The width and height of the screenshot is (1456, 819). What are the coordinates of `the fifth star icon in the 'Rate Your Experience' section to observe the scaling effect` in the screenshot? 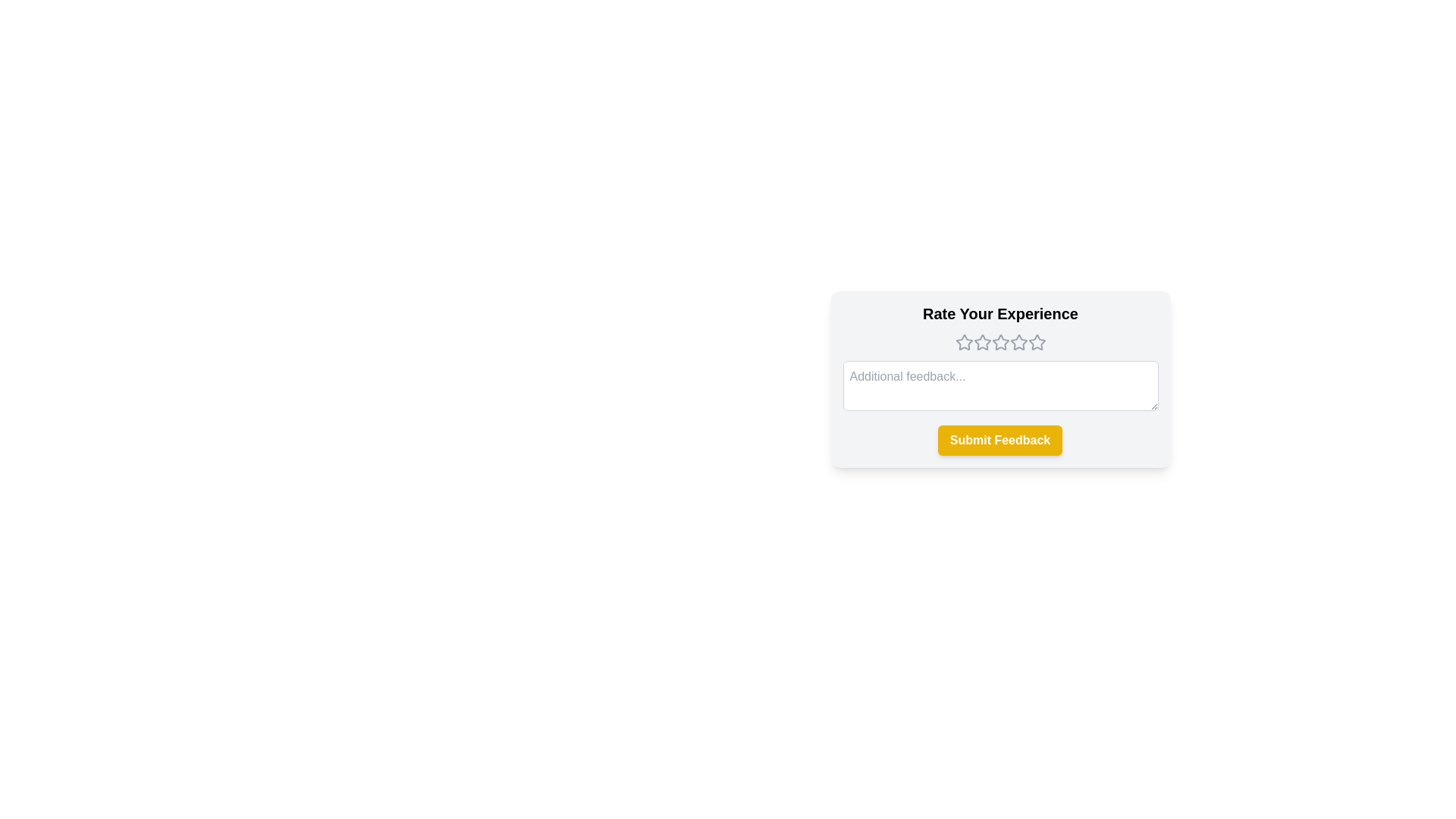 It's located at (1036, 342).